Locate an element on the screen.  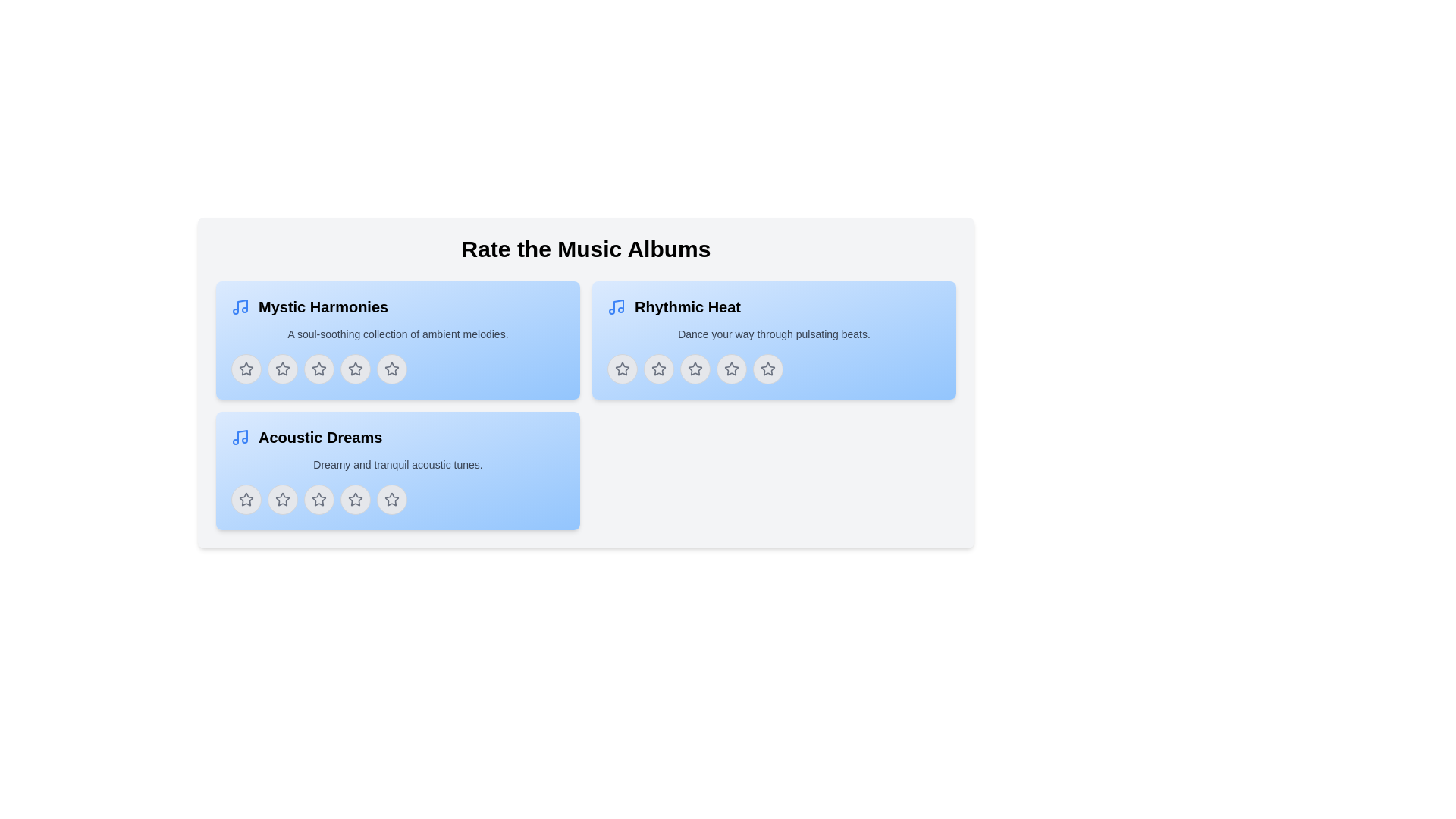
the circular button with a light gray background and a star icon is located at coordinates (658, 369).